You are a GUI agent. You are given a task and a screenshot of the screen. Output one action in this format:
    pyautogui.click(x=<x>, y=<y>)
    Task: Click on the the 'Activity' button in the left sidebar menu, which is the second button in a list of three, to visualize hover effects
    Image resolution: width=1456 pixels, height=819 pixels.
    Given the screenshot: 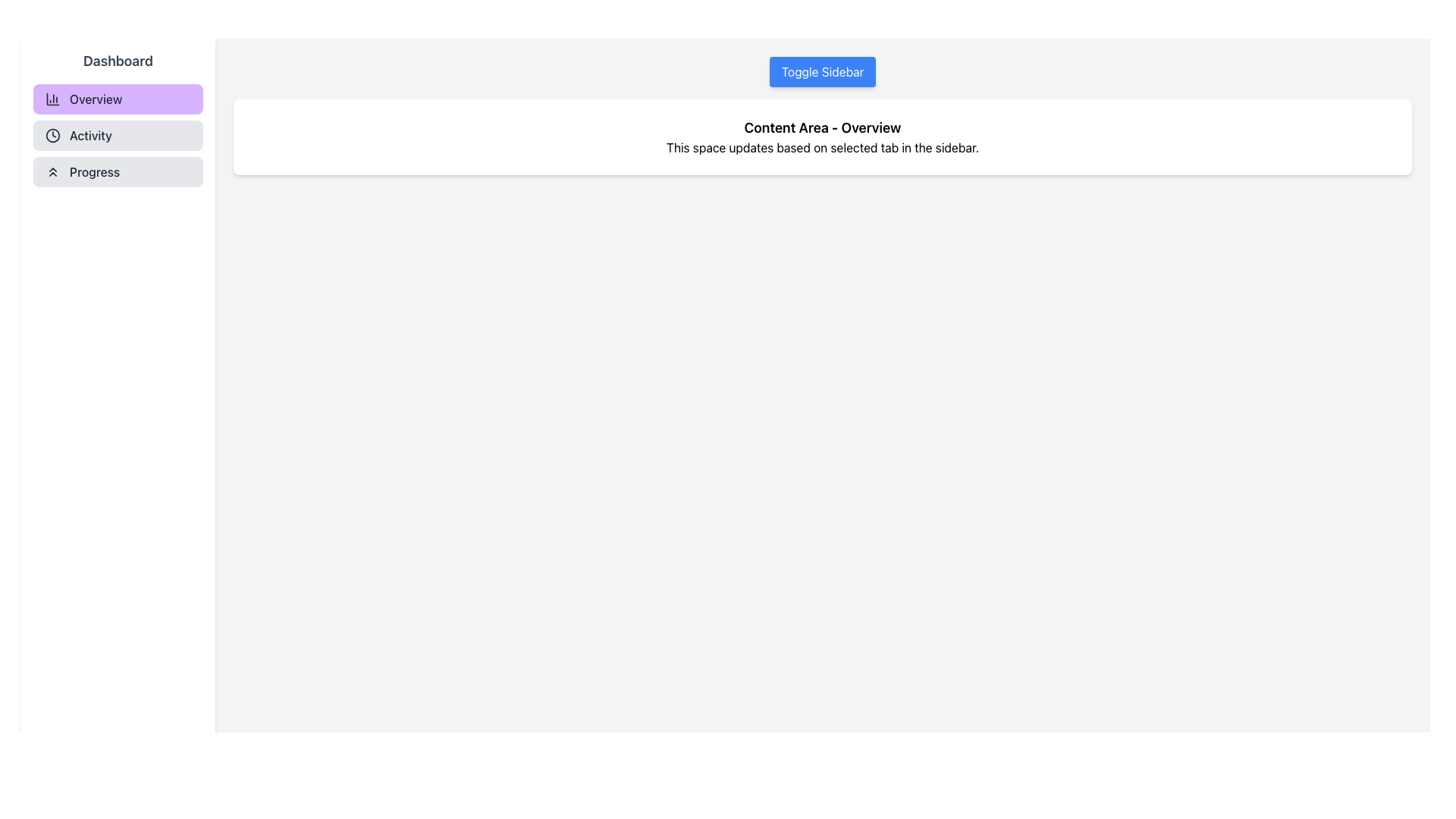 What is the action you would take?
    pyautogui.click(x=118, y=134)
    